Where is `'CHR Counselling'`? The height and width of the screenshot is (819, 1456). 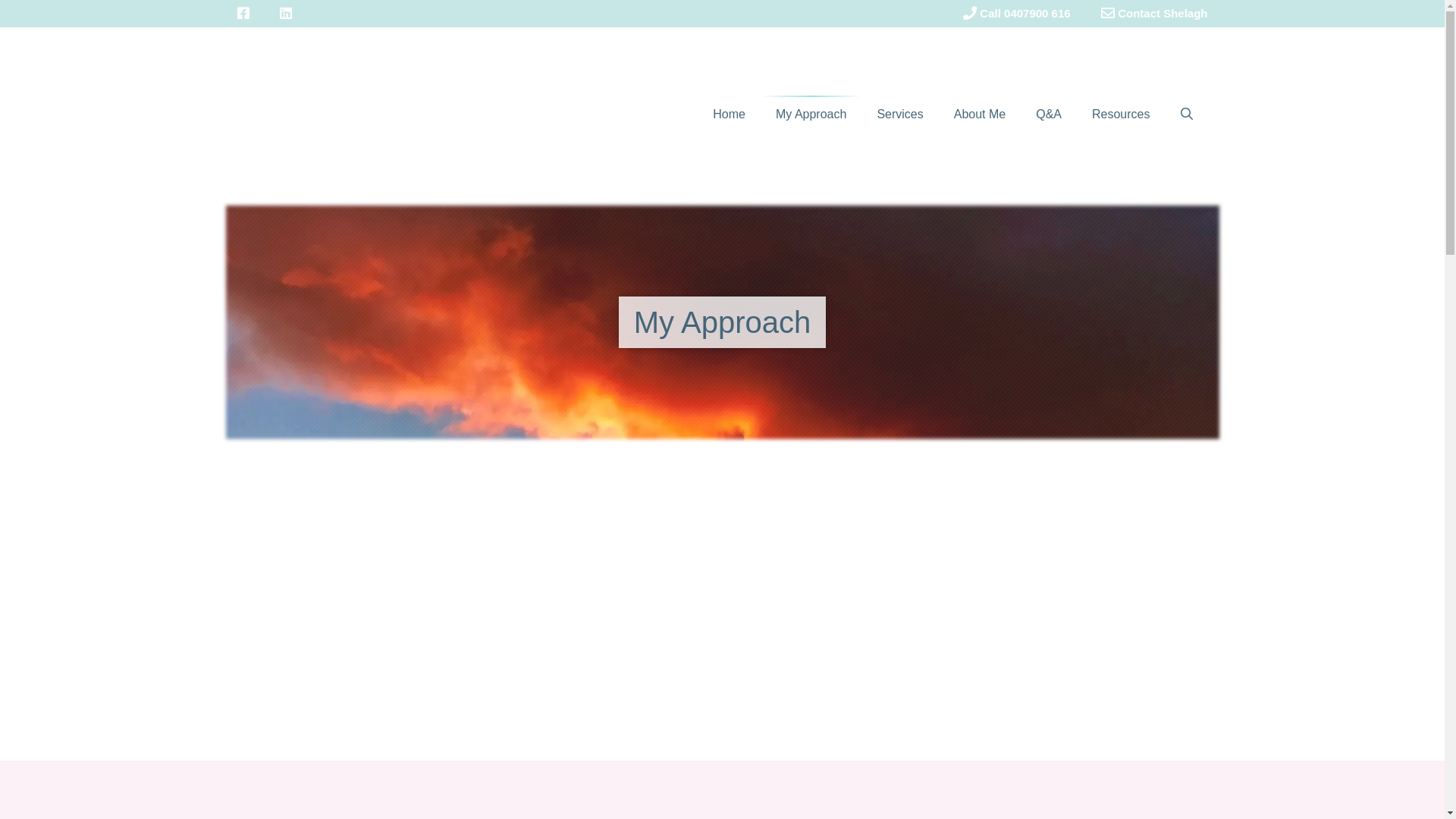 'CHR Counselling' is located at coordinates (365, 112).